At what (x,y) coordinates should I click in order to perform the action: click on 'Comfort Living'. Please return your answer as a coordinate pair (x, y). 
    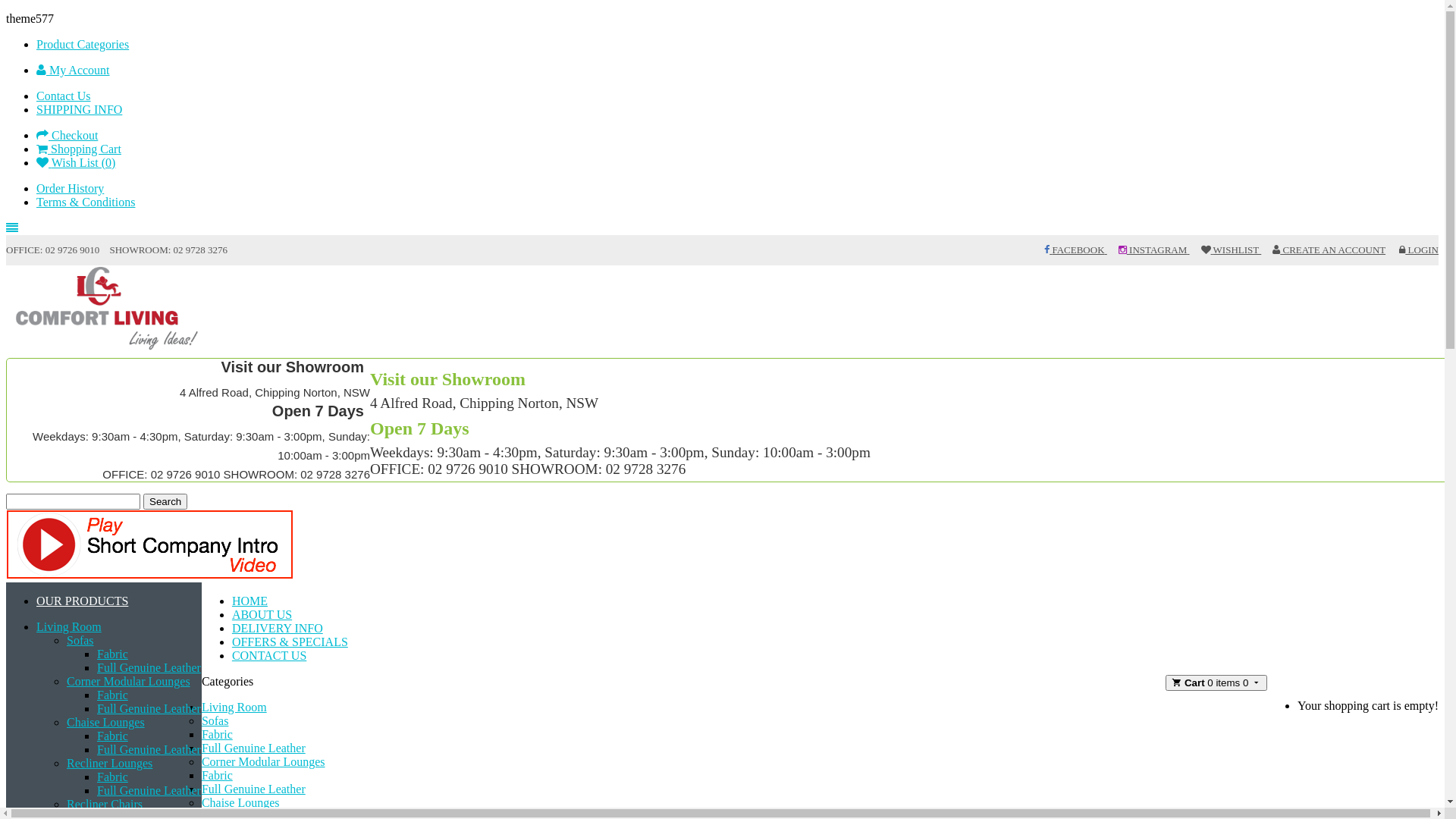
    Looking at the image, I should click on (108, 309).